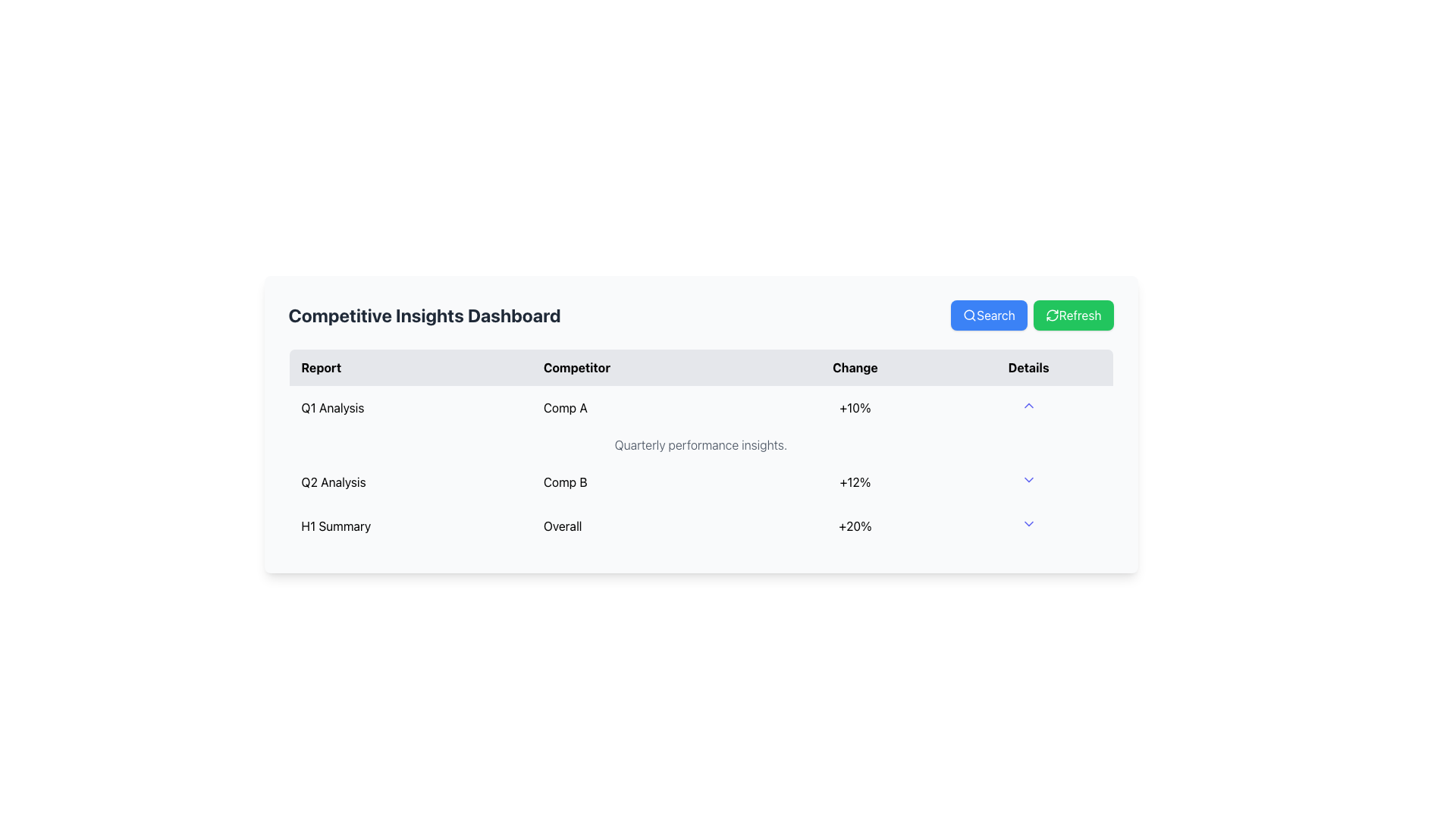 The image size is (1456, 819). What do you see at coordinates (1028, 479) in the screenshot?
I see `the downward chevron icon in the 'Details' column aligned with the 'Q2 Analysis' row` at bounding box center [1028, 479].